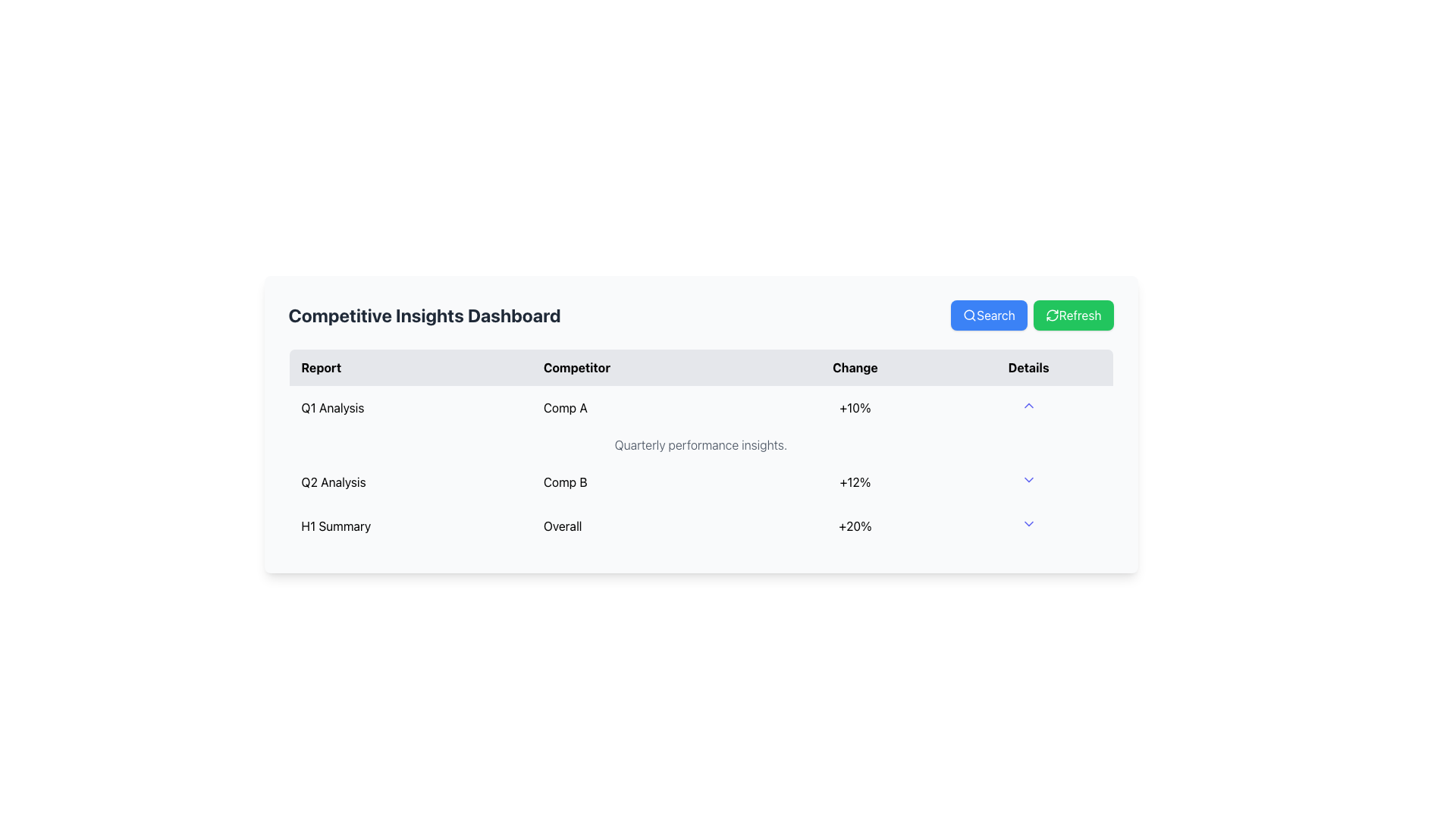 The image size is (1456, 819). What do you see at coordinates (1028, 479) in the screenshot?
I see `the downward chevron icon in the 'Details' column aligned with the 'Q2 Analysis' row` at bounding box center [1028, 479].